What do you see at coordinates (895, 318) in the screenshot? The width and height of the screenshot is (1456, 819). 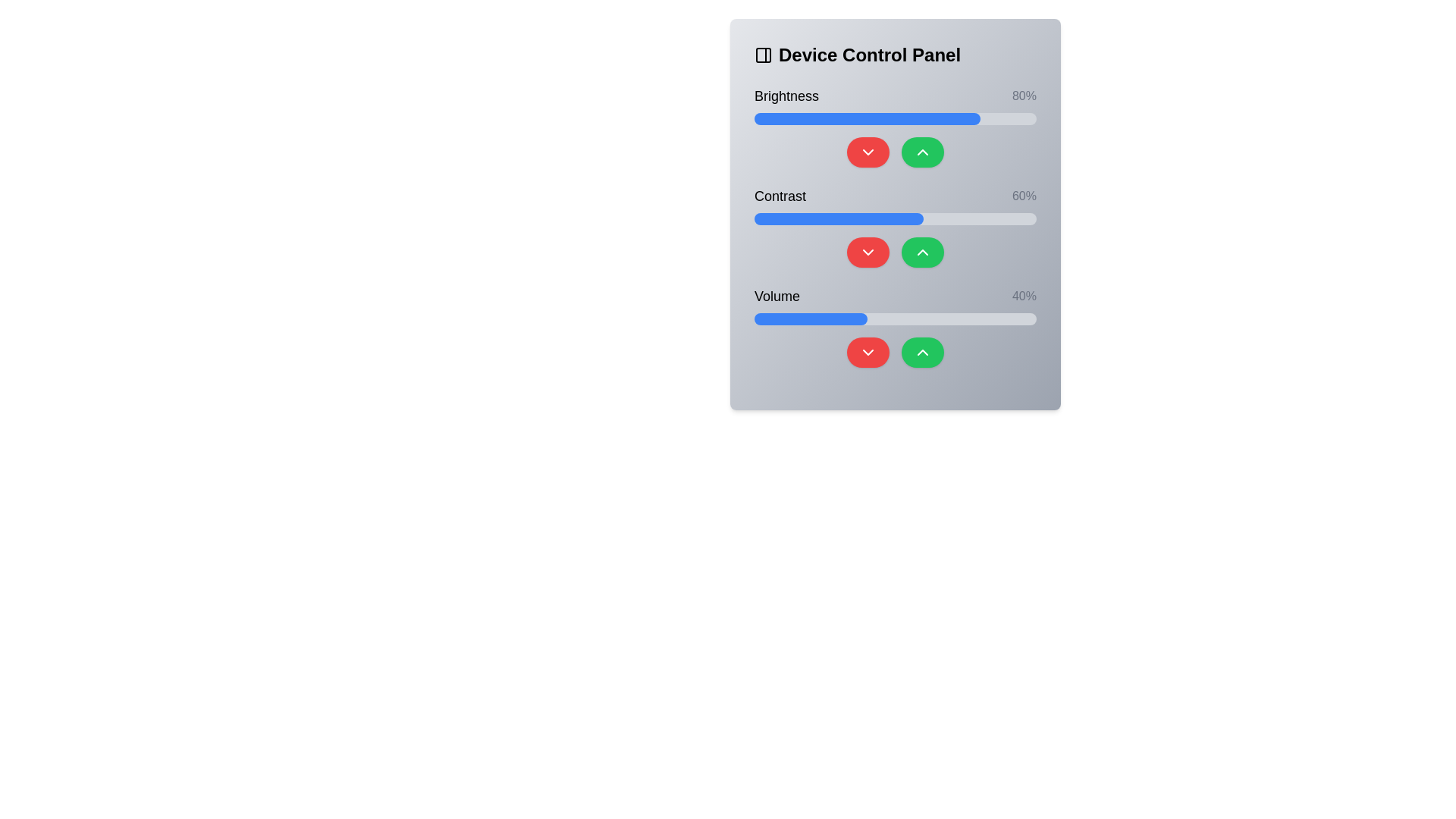 I see `the progress bar indicating volume level, which is a horizontal, rounded rectangle with a gray background and a blue-filled section representing 40% of its width, located below the text 'Volume'` at bounding box center [895, 318].